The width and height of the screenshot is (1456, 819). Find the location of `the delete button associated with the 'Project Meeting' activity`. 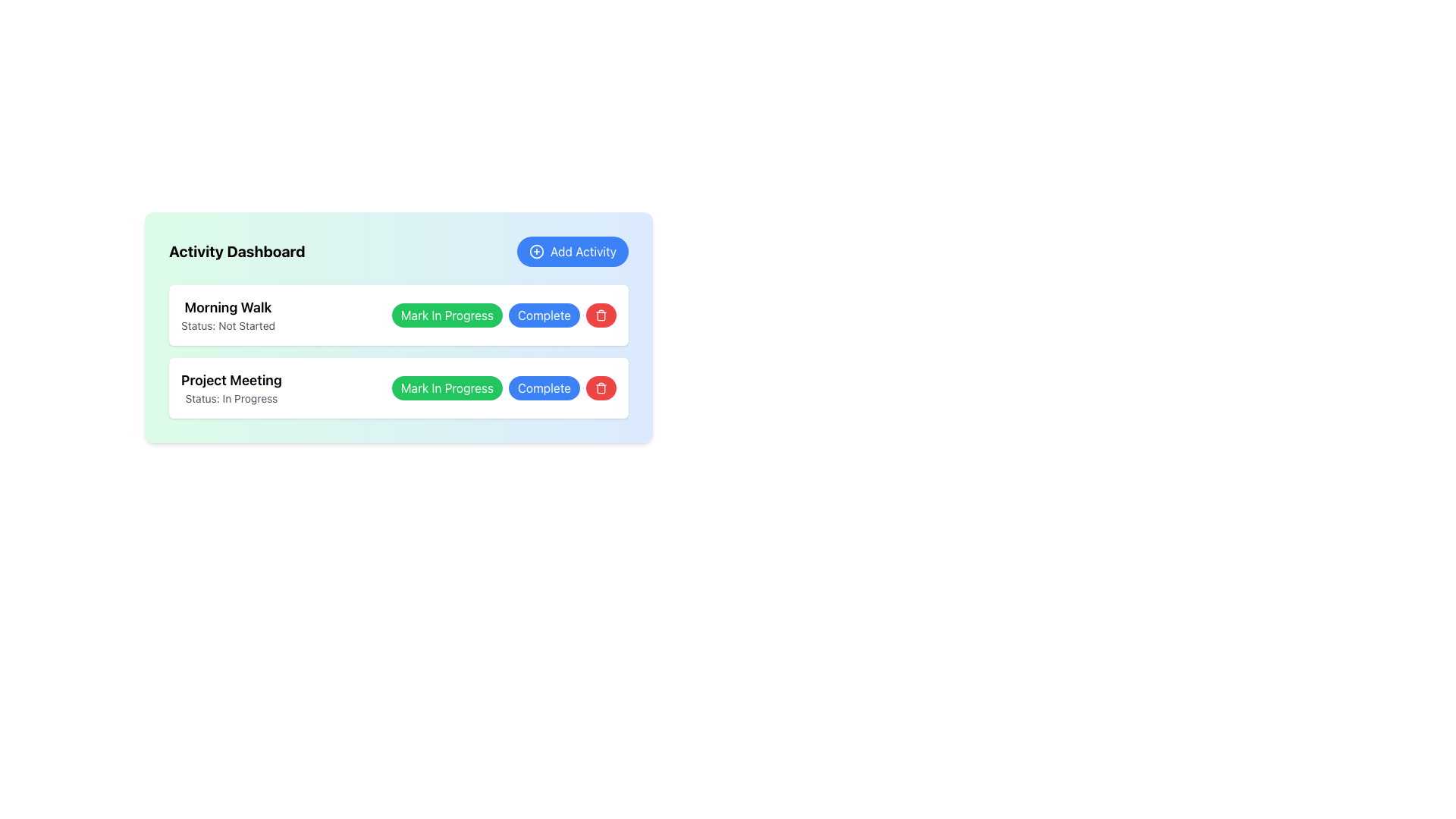

the delete button associated with the 'Project Meeting' activity is located at coordinates (600, 388).